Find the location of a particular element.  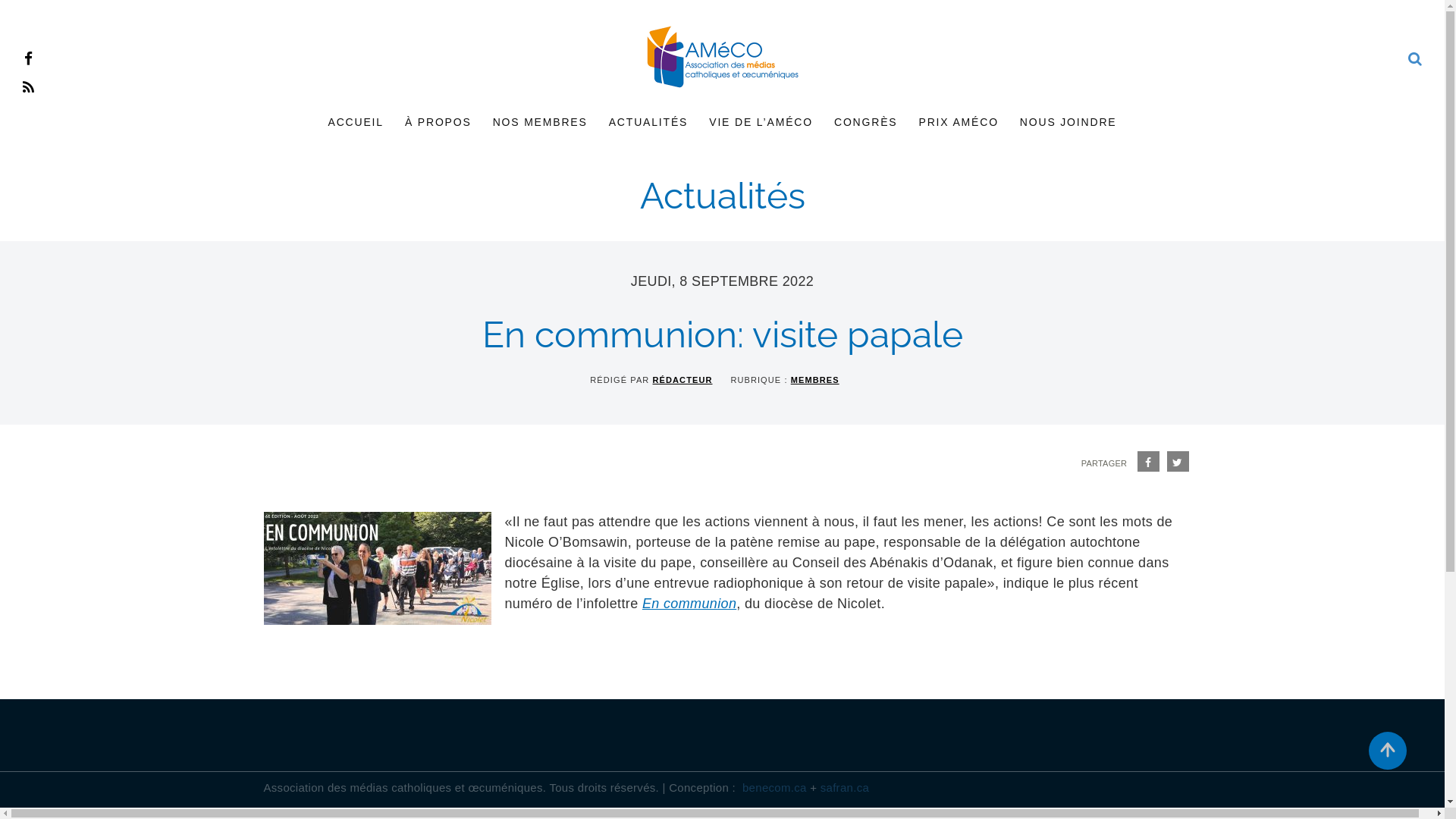

'En communion' is located at coordinates (642, 602).